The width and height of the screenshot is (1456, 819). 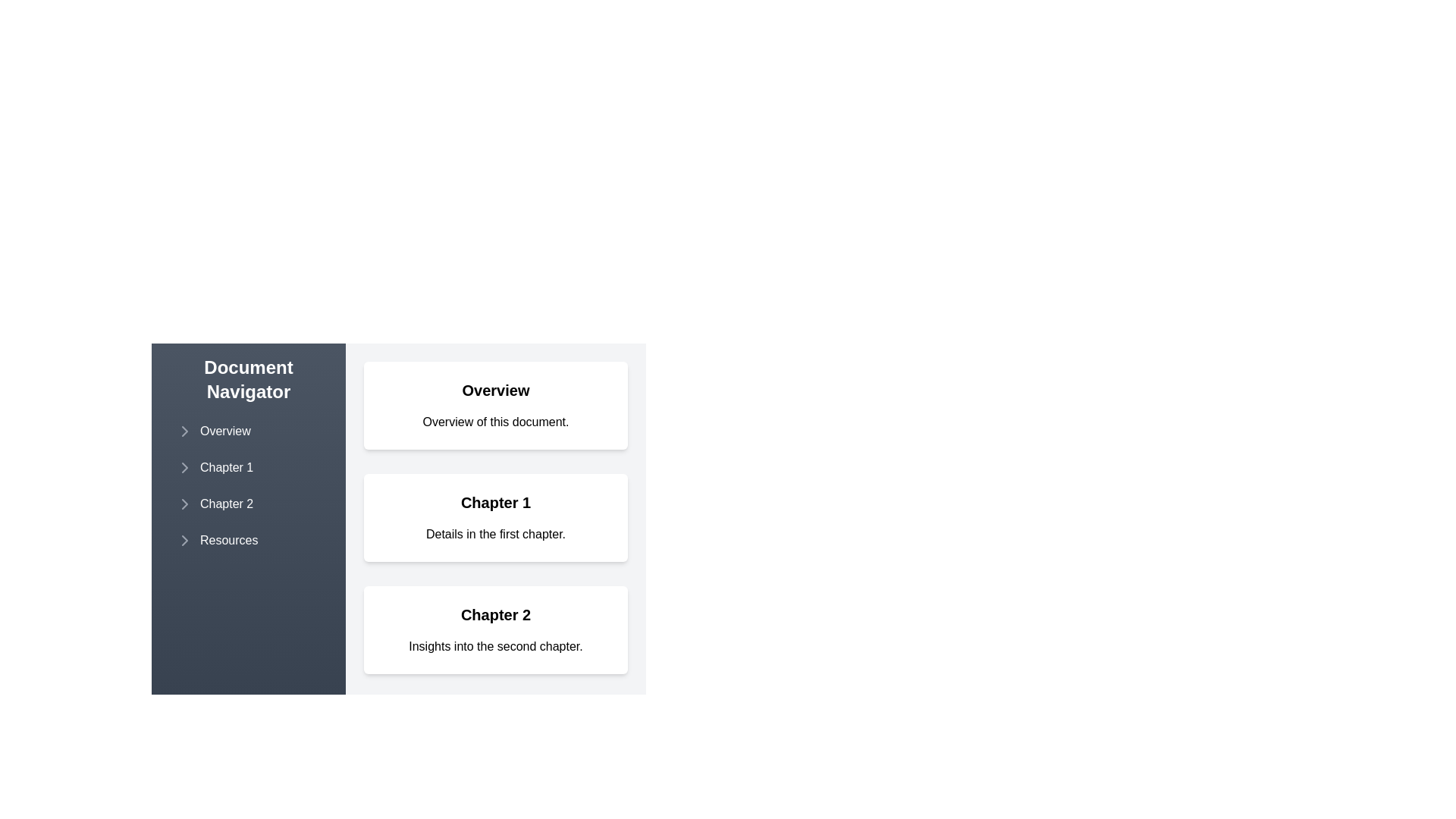 What do you see at coordinates (399, 510) in the screenshot?
I see `the informational card section that highlights the first chapter of the document, located centrally in the main content area, between the 'Overview' section and the 'Chapter 2' section` at bounding box center [399, 510].